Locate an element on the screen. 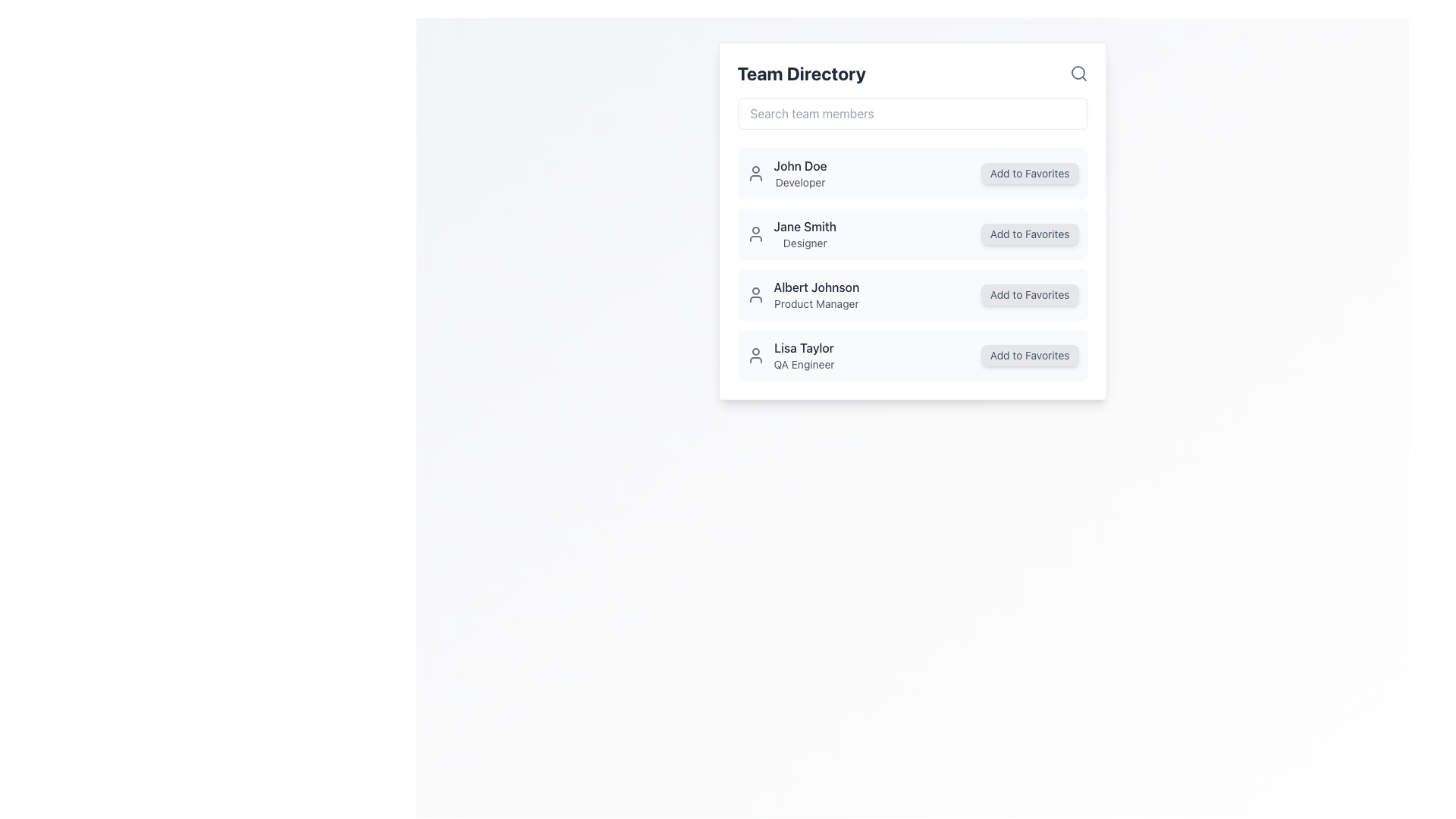 The width and height of the screenshot is (1456, 819). the favorite button associated with 'John Doe Developer' is located at coordinates (1030, 172).